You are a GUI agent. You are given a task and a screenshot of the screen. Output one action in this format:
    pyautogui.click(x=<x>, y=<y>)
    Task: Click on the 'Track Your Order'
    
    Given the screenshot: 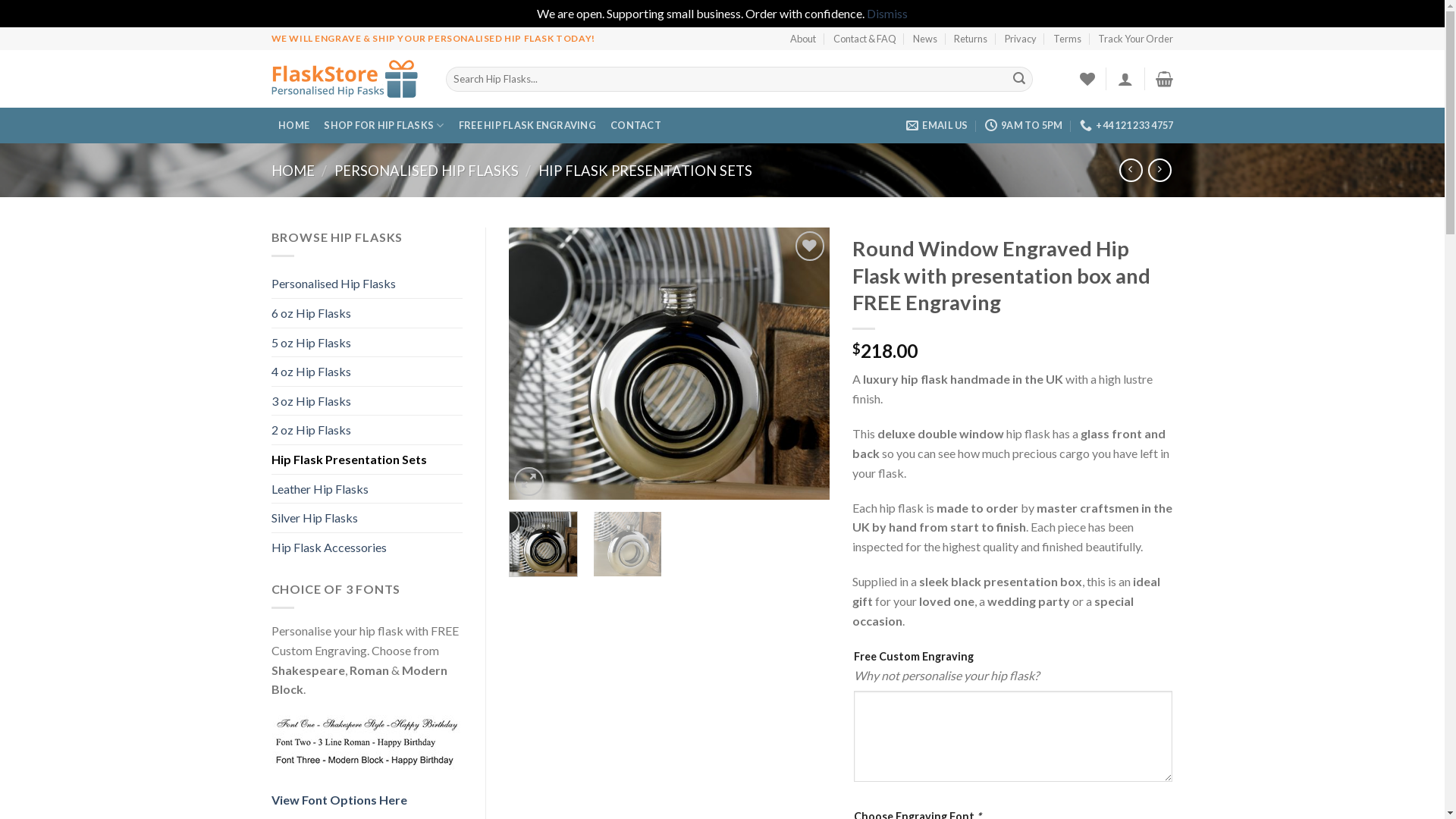 What is the action you would take?
    pyautogui.click(x=1135, y=37)
    